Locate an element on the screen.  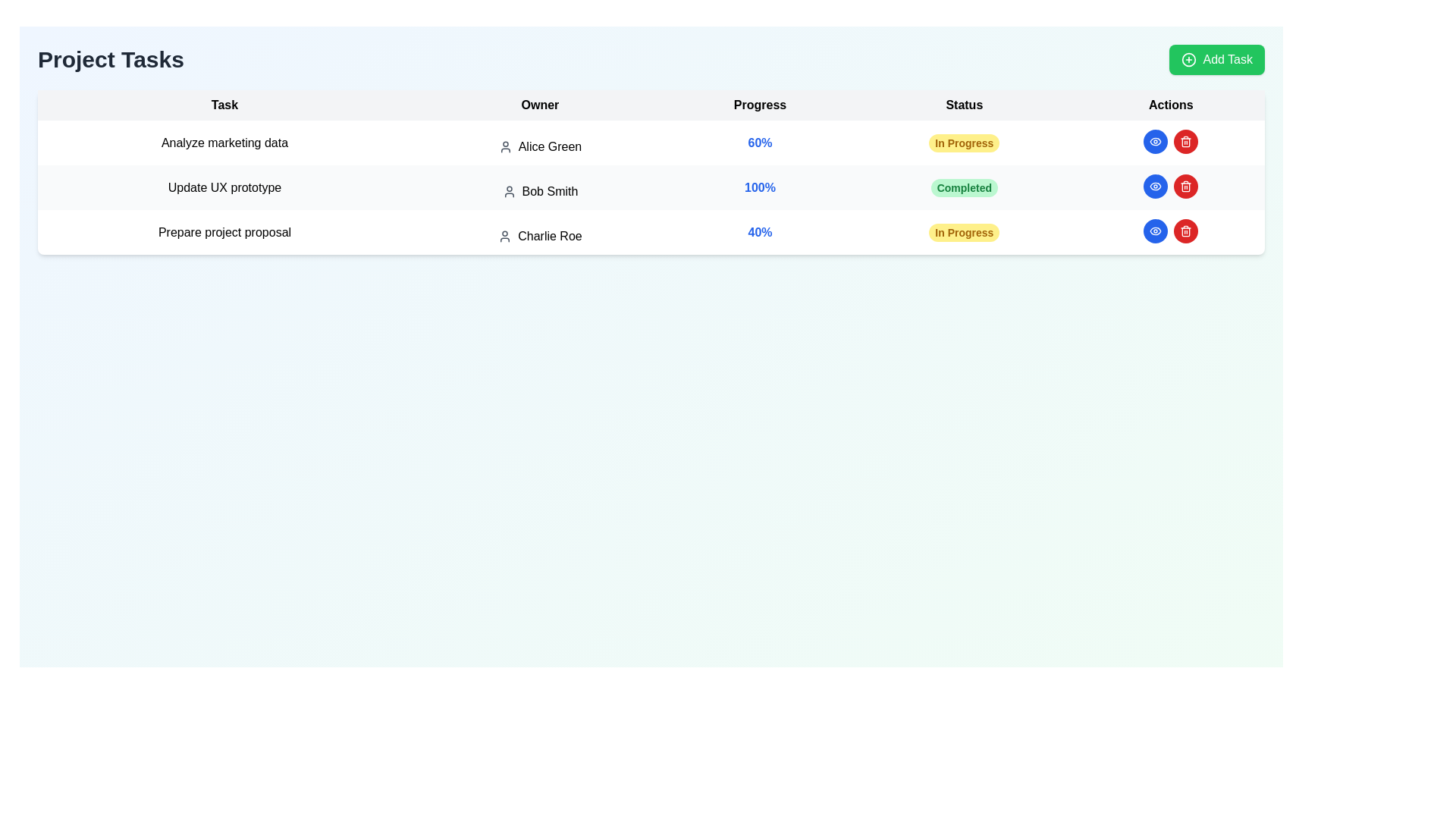
the user silhouette icon located in the 'Owner' column of the first row, which is positioned immediately to the left of the text 'Alice Green' is located at coordinates (505, 146).